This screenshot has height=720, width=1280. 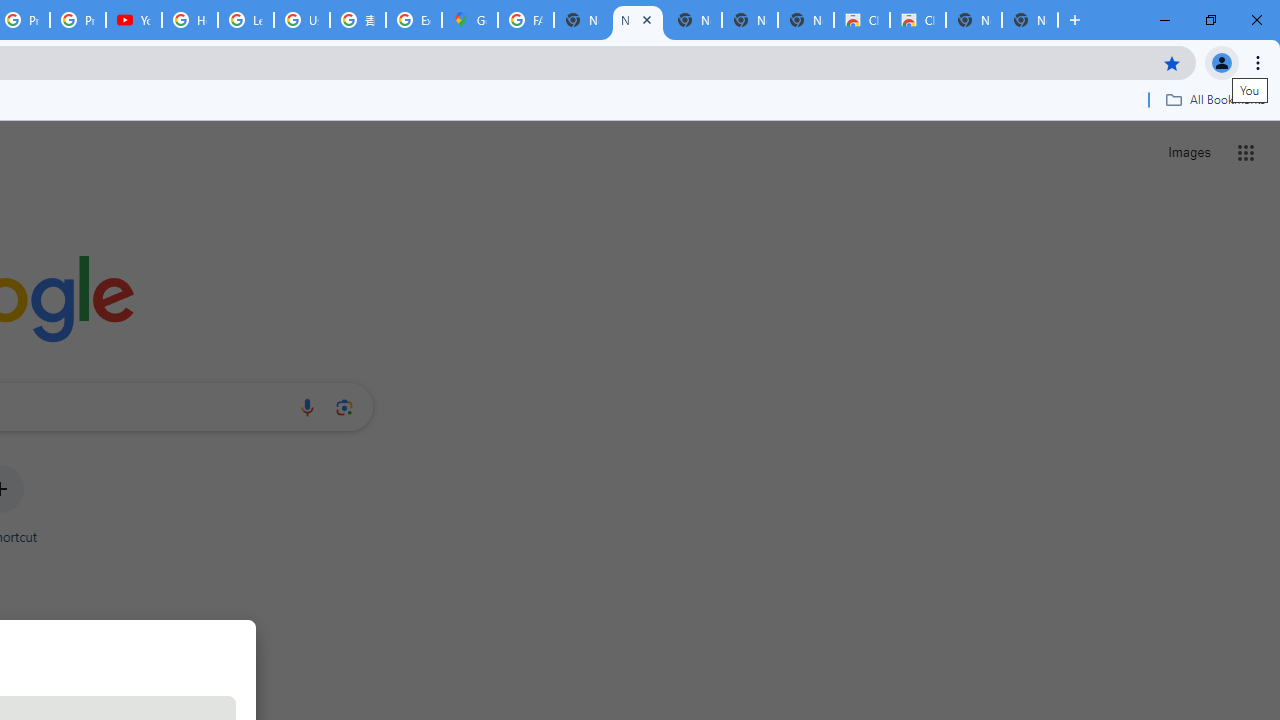 What do you see at coordinates (468, 20) in the screenshot?
I see `'Google Maps'` at bounding box center [468, 20].